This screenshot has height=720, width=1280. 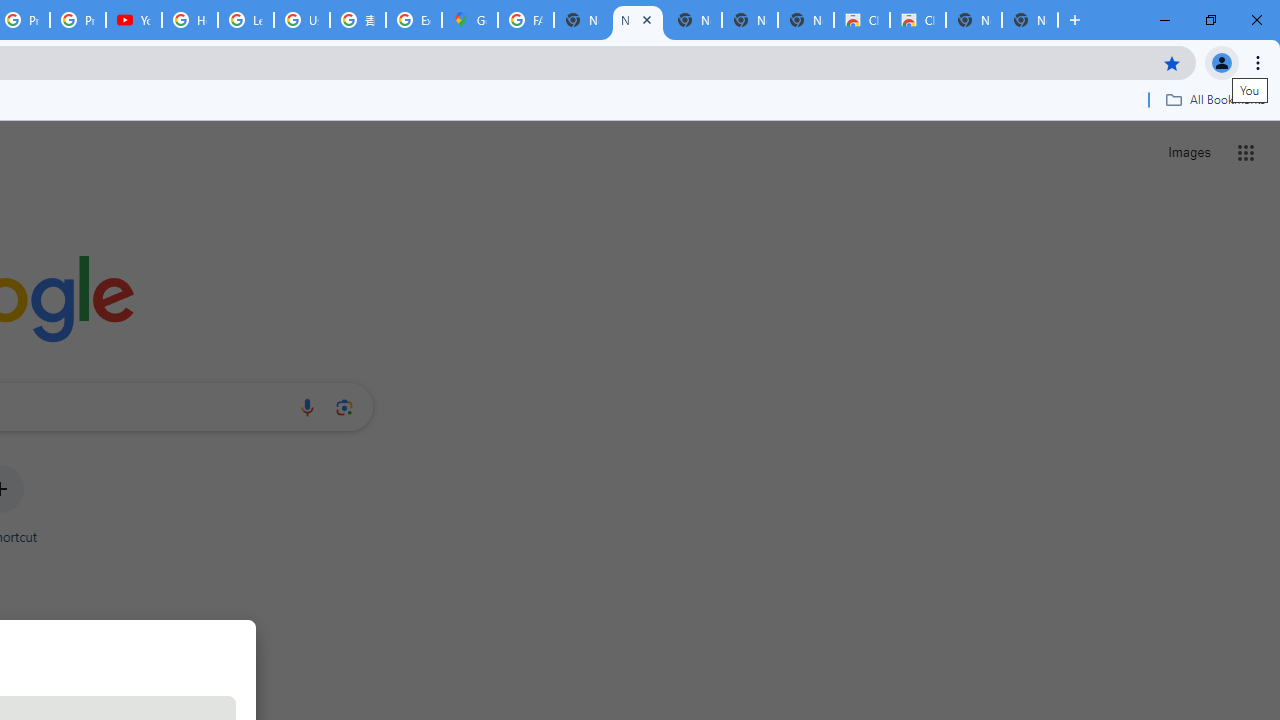 What do you see at coordinates (468, 20) in the screenshot?
I see `'Google Maps'` at bounding box center [468, 20].